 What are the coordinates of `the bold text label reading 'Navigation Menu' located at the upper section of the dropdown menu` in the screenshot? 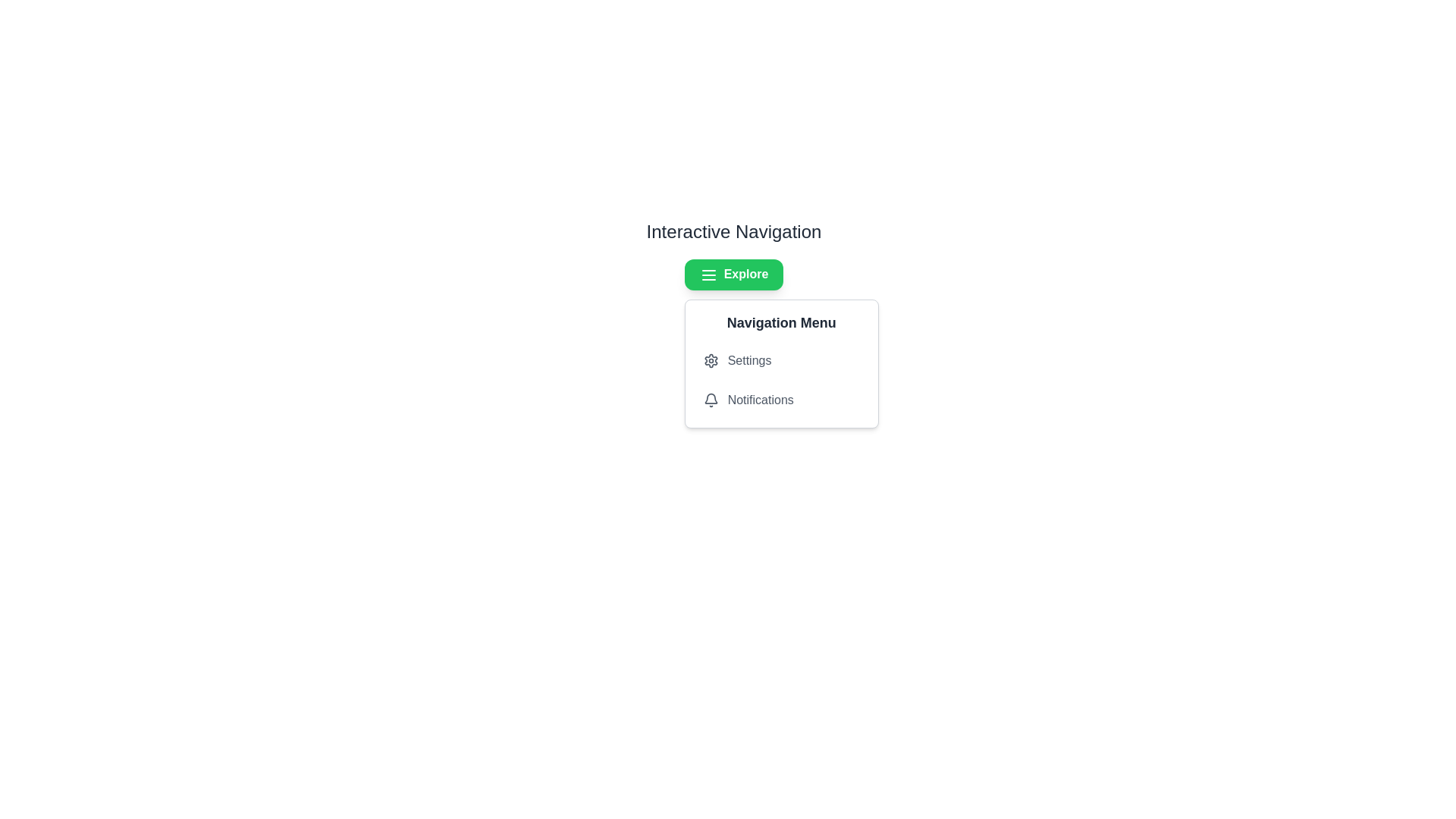 It's located at (781, 322).